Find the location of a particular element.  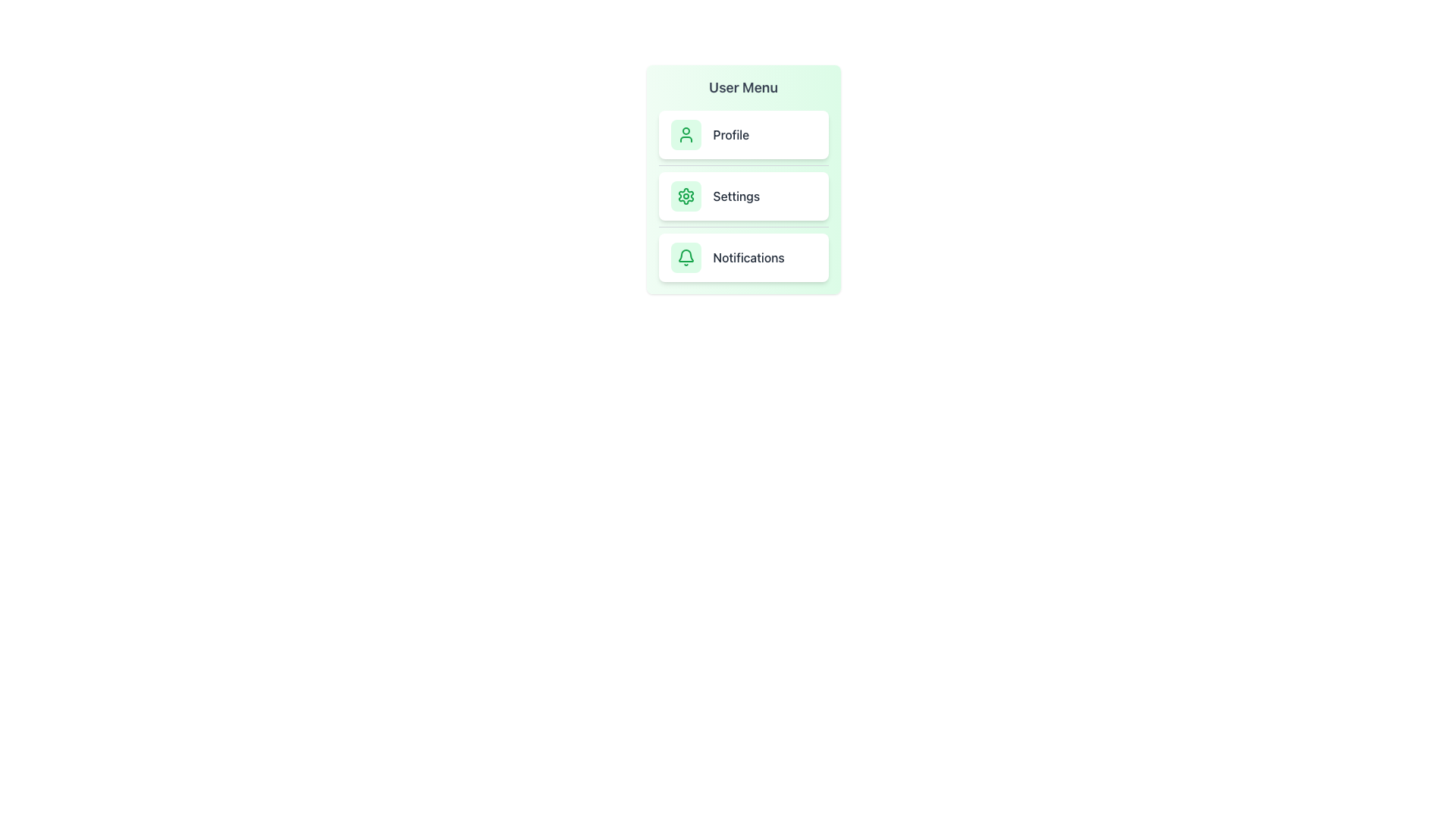

the 'Settings' button in the vertically aligned menu section is located at coordinates (743, 178).